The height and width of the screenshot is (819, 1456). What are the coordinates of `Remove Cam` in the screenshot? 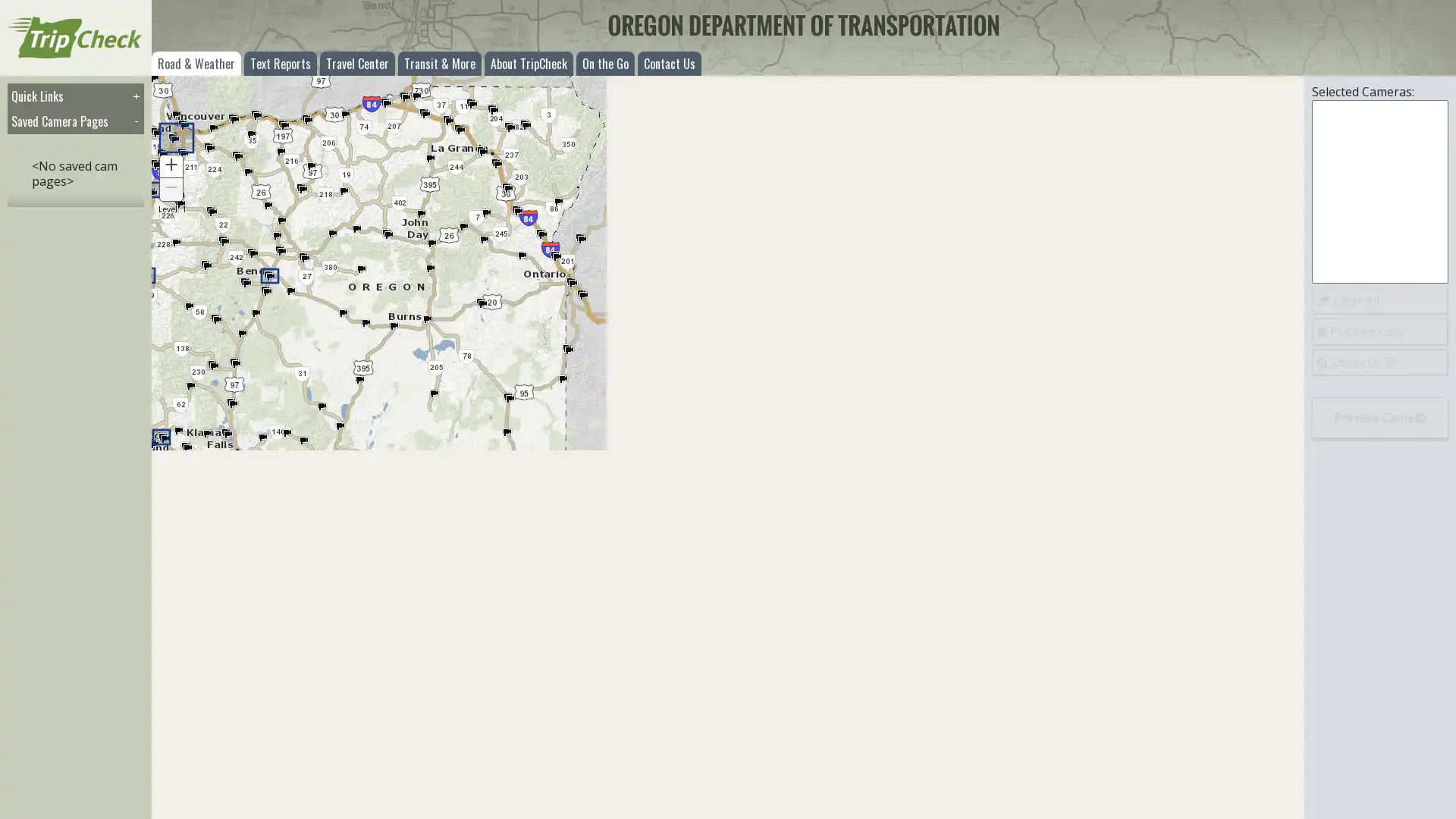 It's located at (1379, 330).